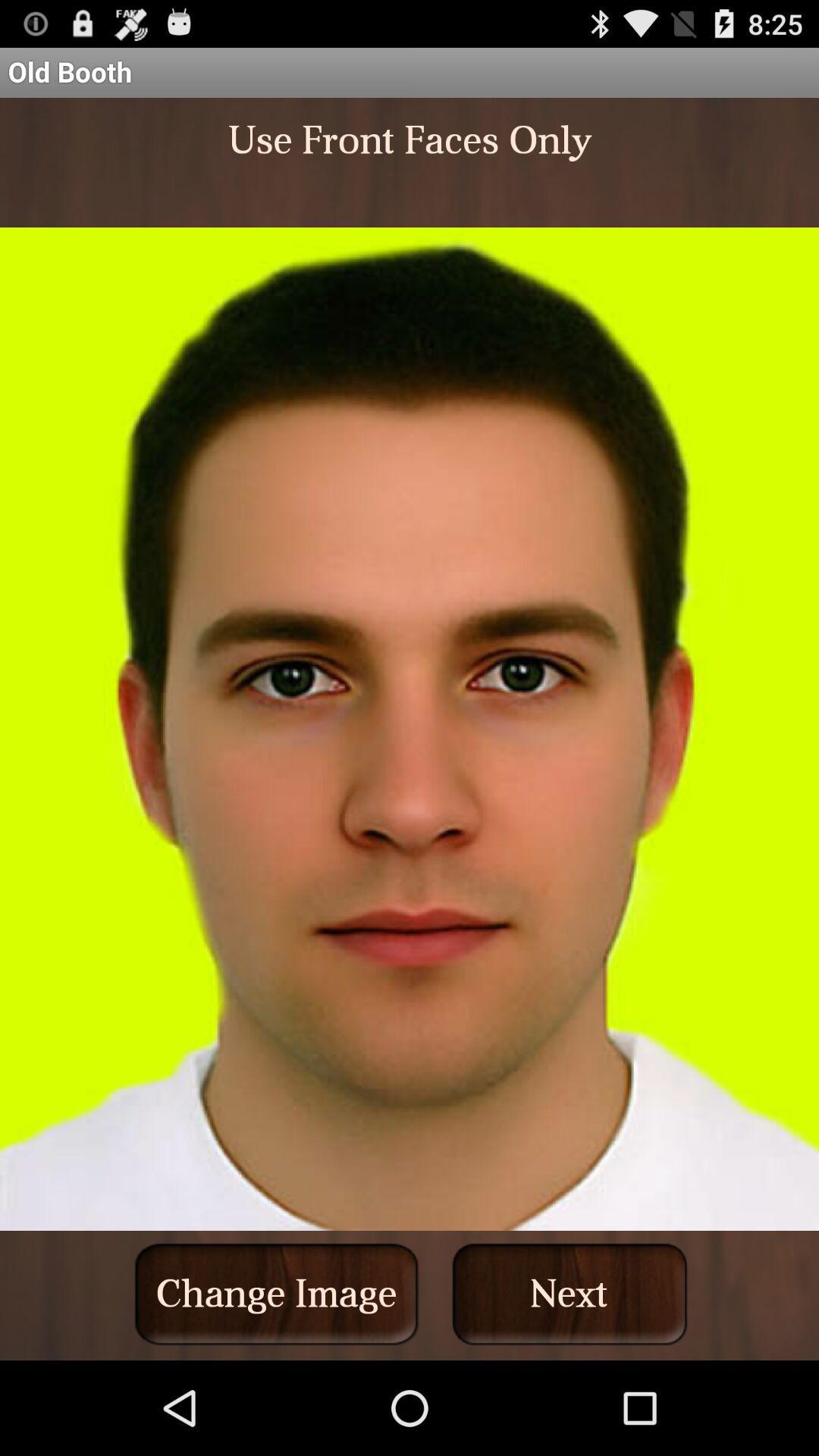 The image size is (819, 1456). What do you see at coordinates (276, 1293) in the screenshot?
I see `button next to next button` at bounding box center [276, 1293].